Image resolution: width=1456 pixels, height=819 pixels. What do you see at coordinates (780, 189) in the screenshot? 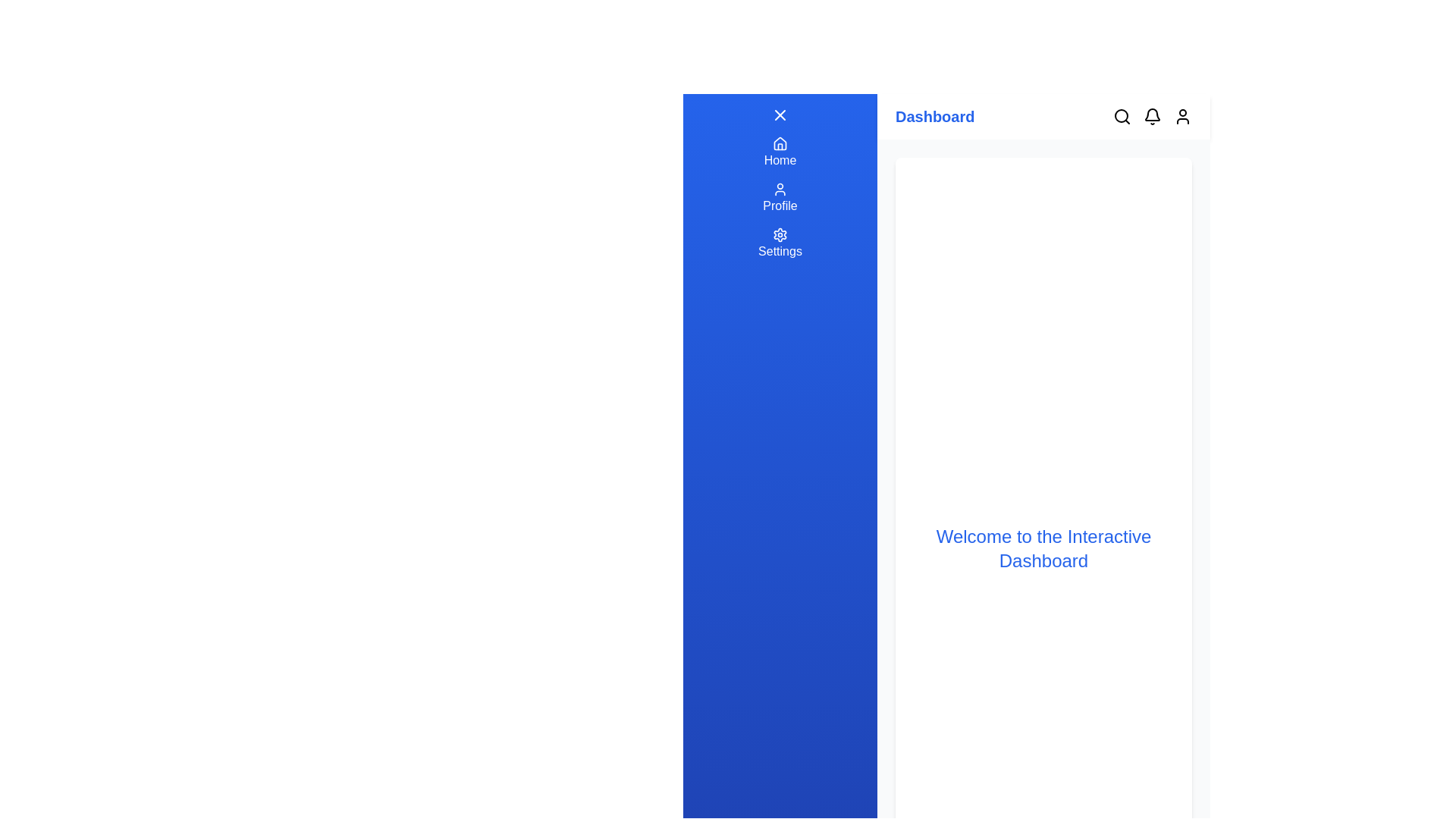
I see `the user profile icon in the vertical navigation menu` at bounding box center [780, 189].